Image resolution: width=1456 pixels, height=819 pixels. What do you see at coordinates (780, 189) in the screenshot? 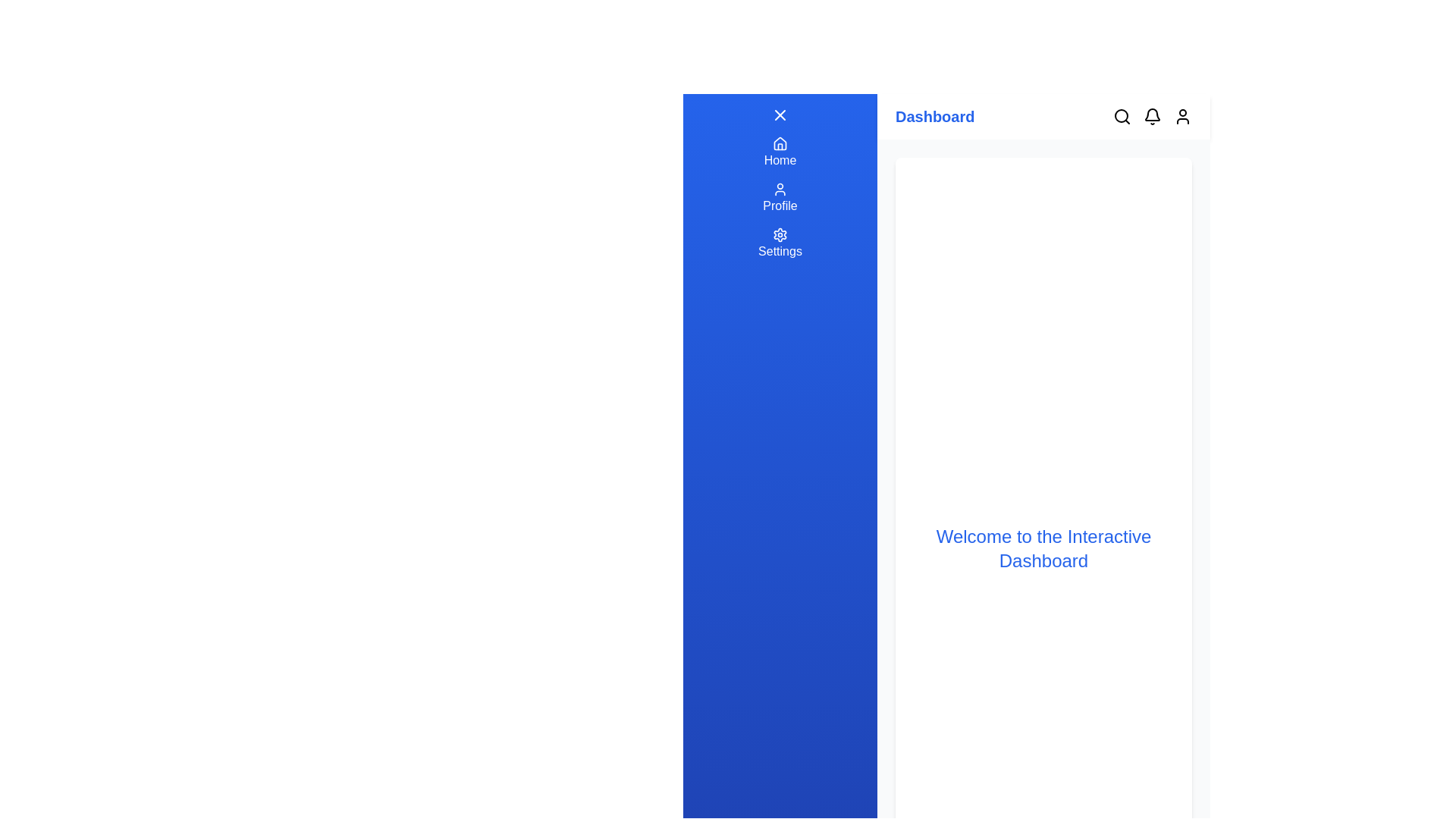
I see `the user profile icon in the vertical navigation menu` at bounding box center [780, 189].